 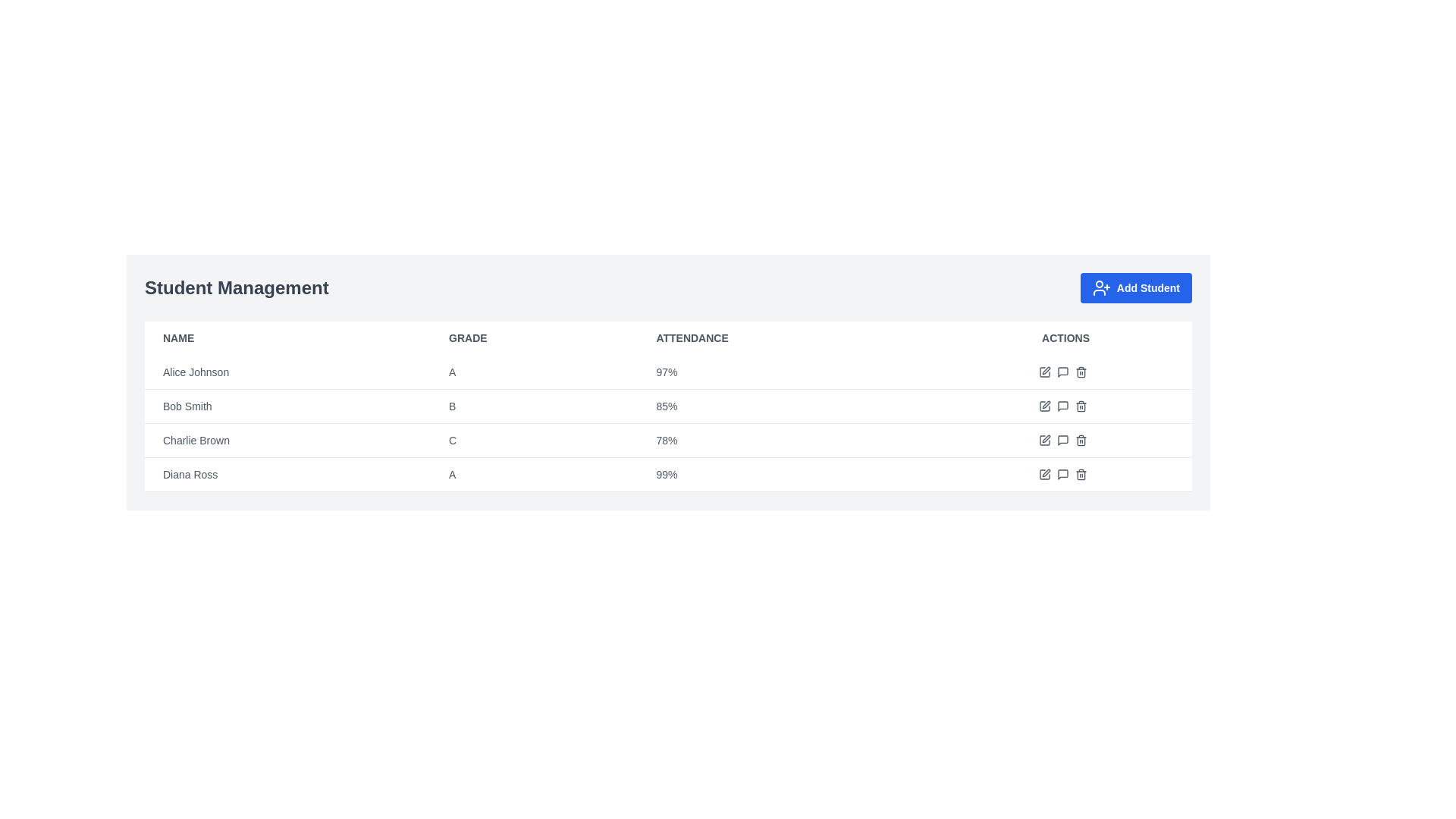 What do you see at coordinates (190, 473) in the screenshot?
I see `the text label displaying 'Diana Ross' located in the fourth row of the 'NAME' column in the table to highlight or select it` at bounding box center [190, 473].